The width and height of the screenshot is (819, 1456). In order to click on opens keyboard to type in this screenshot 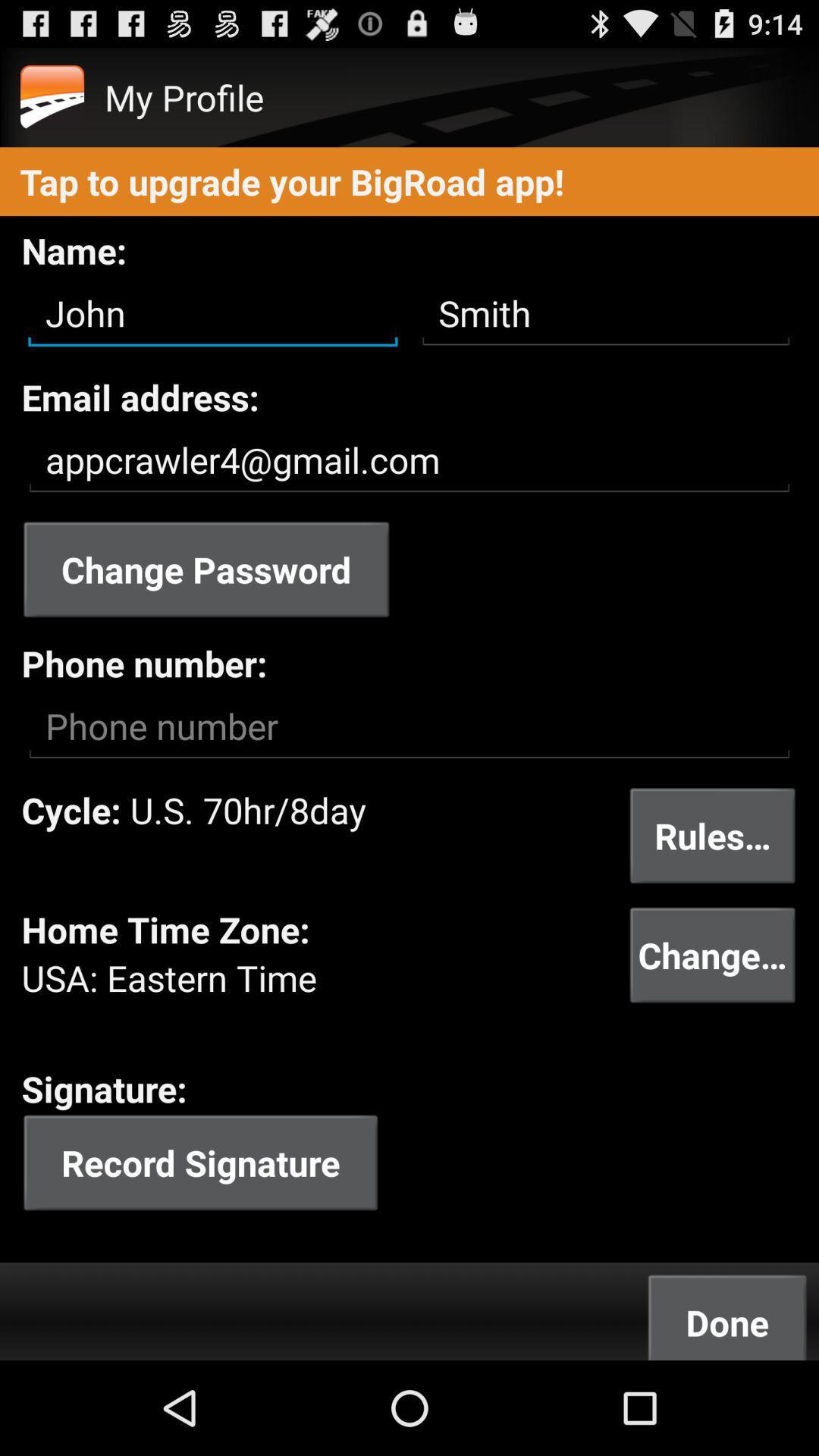, I will do `click(409, 726)`.